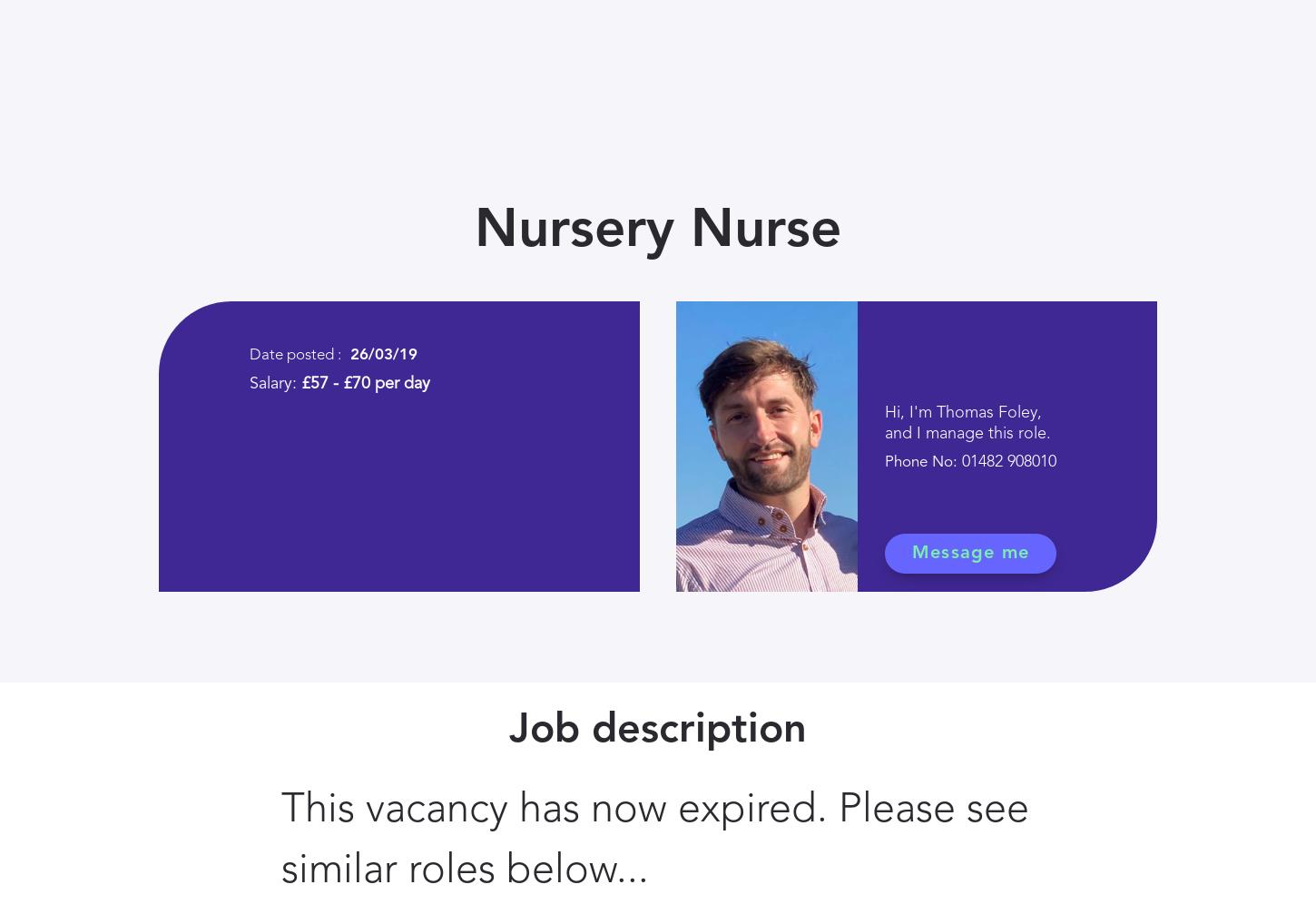  I want to click on '£77 per day', so click(1016, 191).